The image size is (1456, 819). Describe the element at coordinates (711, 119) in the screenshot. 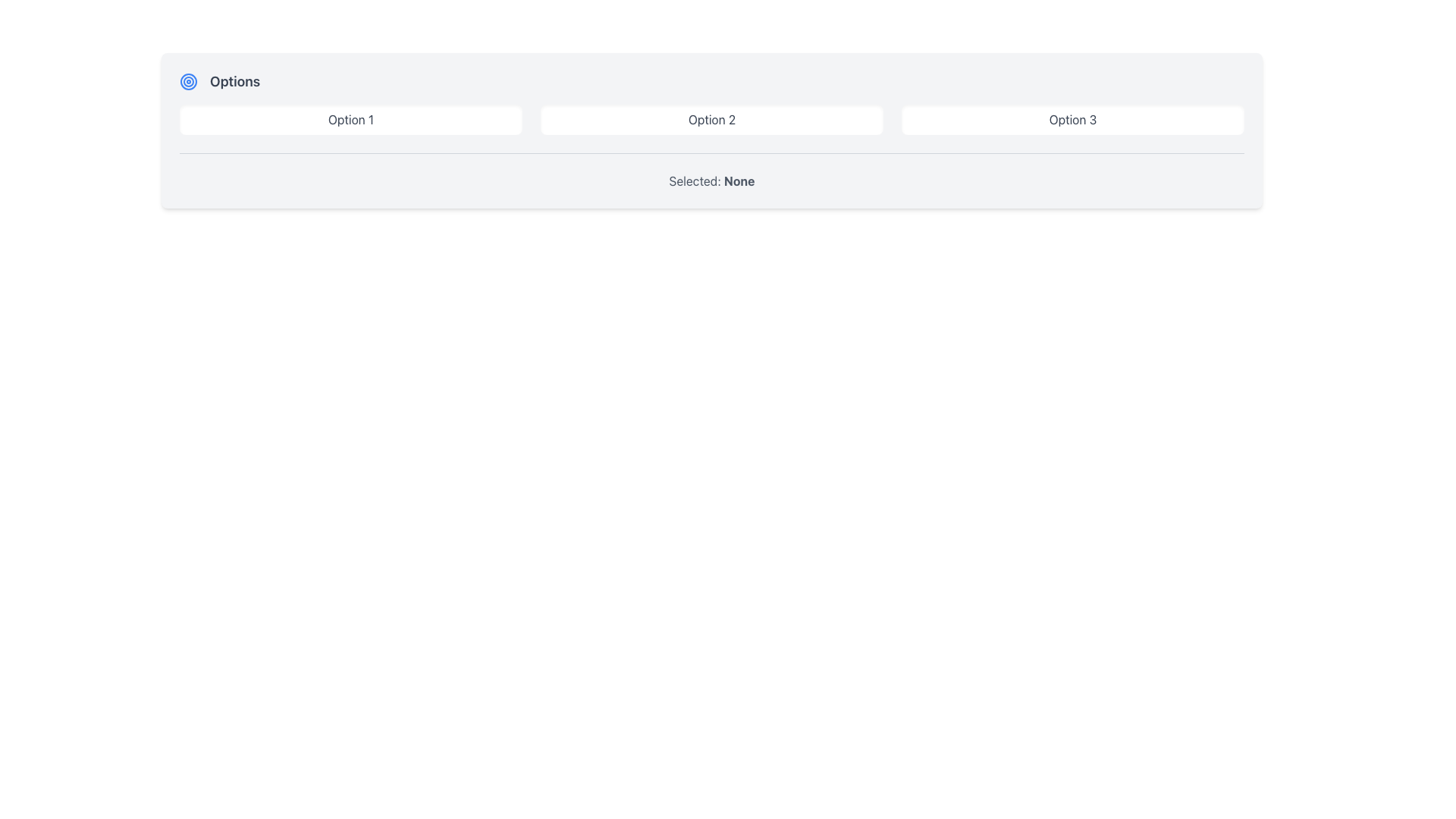

I see `the 'Option 2' button, which is a rectangular button with rounded corners and gray text` at that location.